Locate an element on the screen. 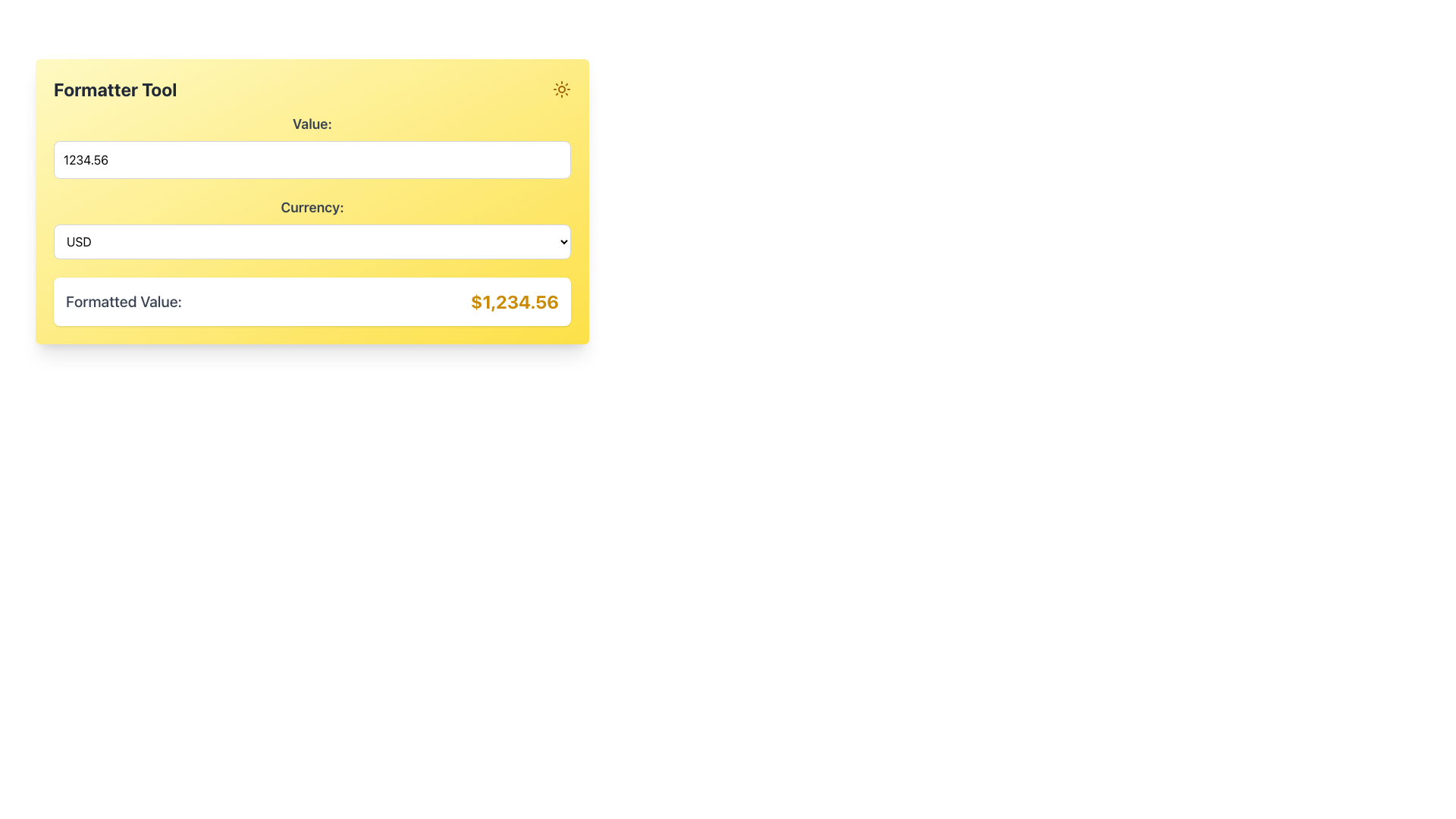 The width and height of the screenshot is (1456, 819). text label displaying 'Formatted Value:' which is styled with a moderately large gray font and located in a white box on a yellow background is located at coordinates (124, 301).